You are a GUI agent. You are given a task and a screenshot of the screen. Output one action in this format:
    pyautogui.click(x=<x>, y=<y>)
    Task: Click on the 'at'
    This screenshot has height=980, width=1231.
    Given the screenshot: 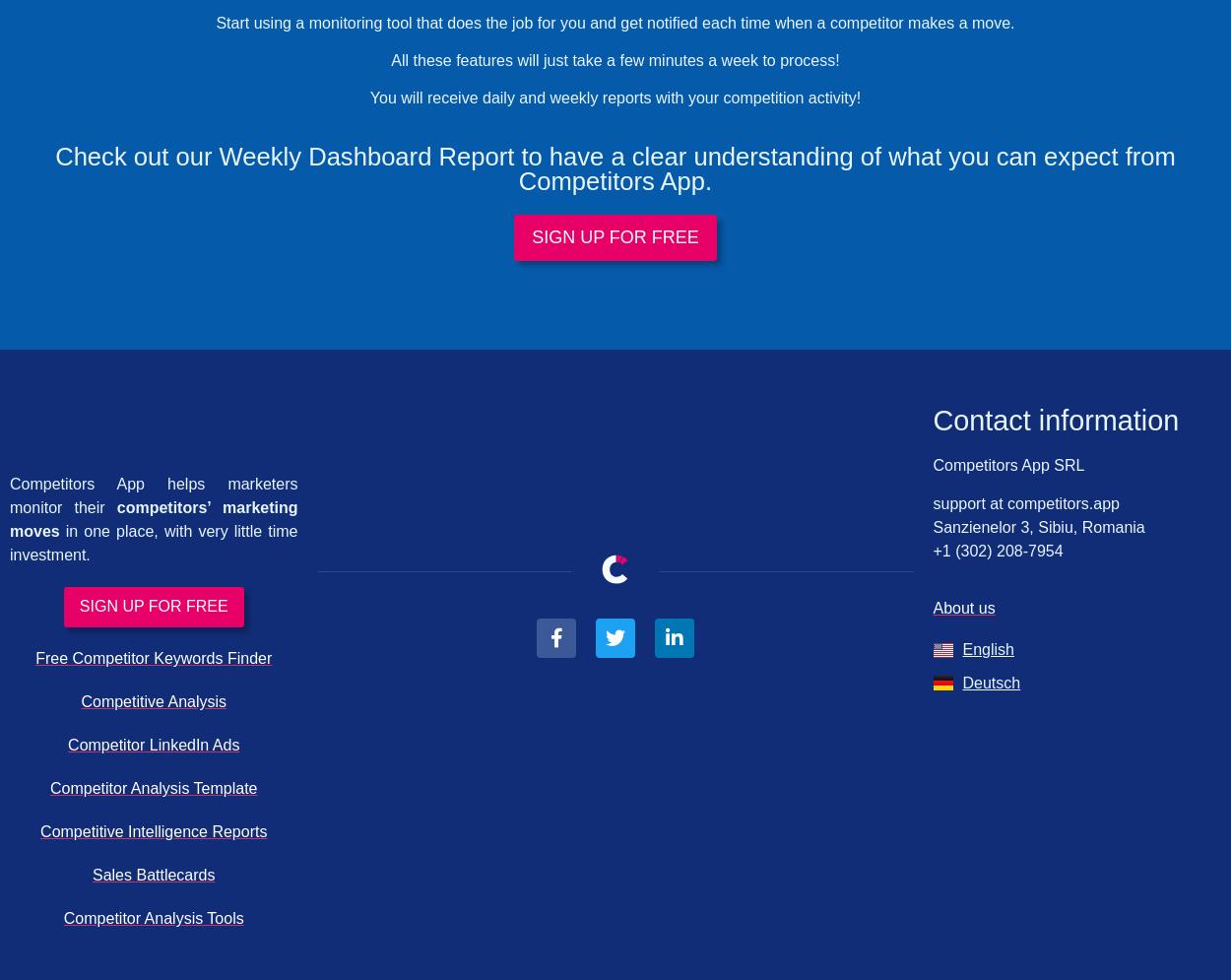 What is the action you would take?
    pyautogui.click(x=996, y=501)
    